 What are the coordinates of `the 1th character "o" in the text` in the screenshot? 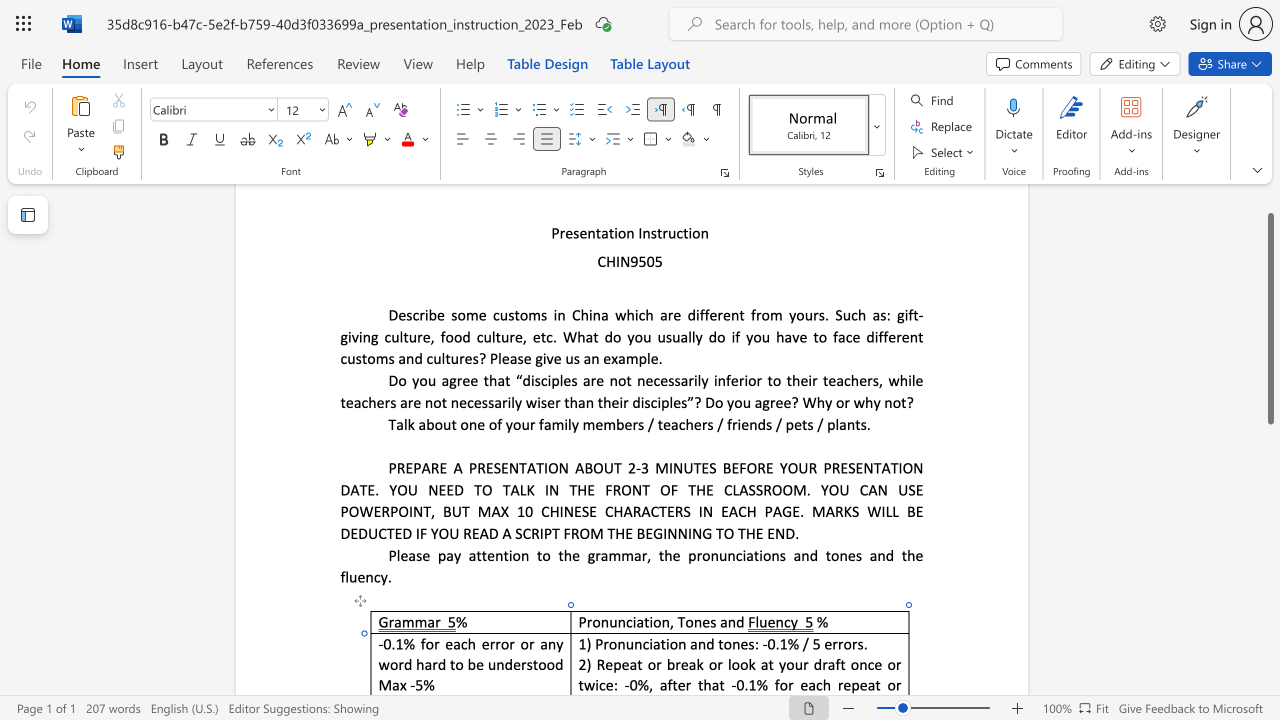 It's located at (428, 644).